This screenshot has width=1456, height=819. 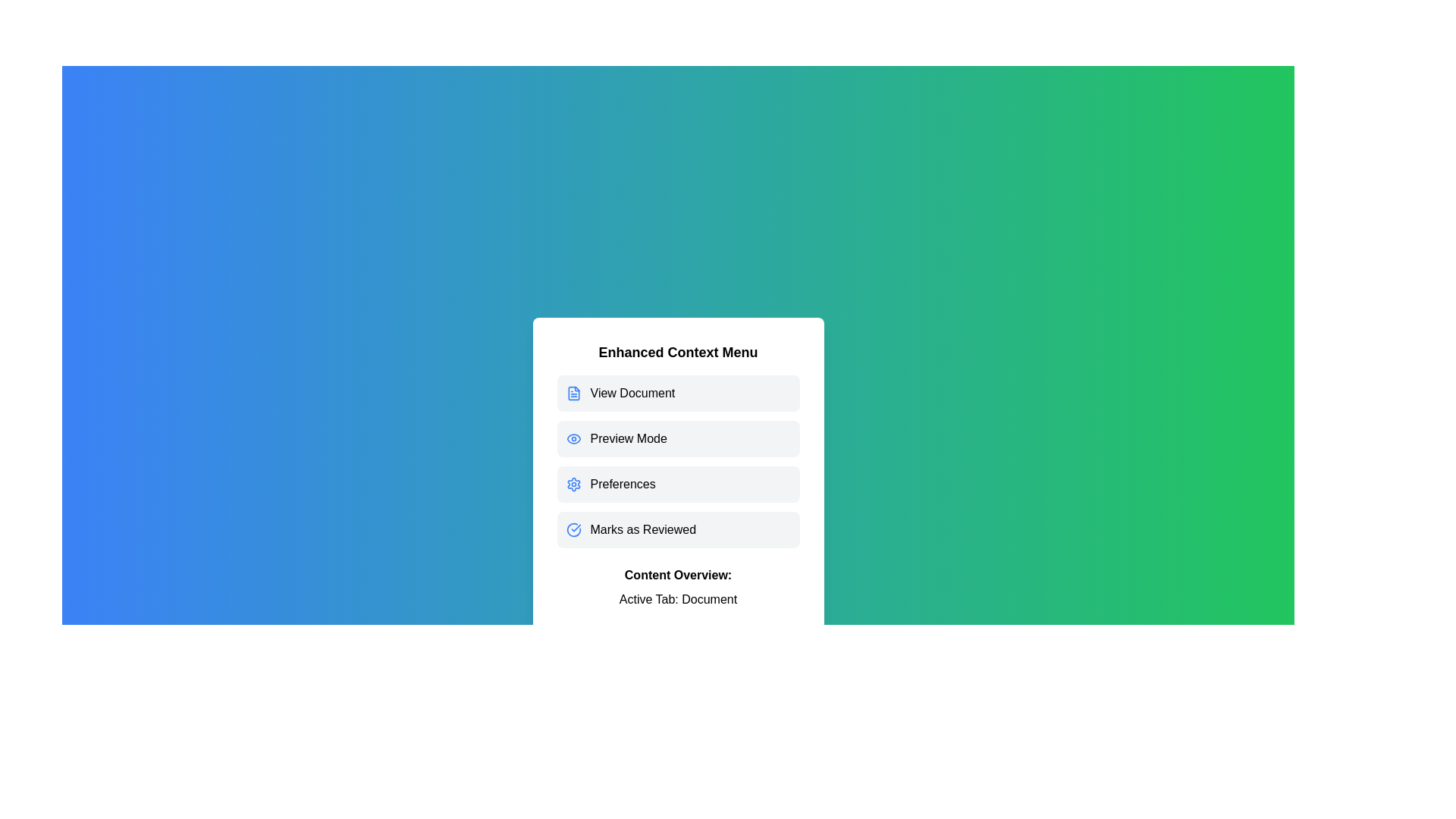 What do you see at coordinates (677, 529) in the screenshot?
I see `the menu option Marks as Reviewed to inspect its associated icon` at bounding box center [677, 529].